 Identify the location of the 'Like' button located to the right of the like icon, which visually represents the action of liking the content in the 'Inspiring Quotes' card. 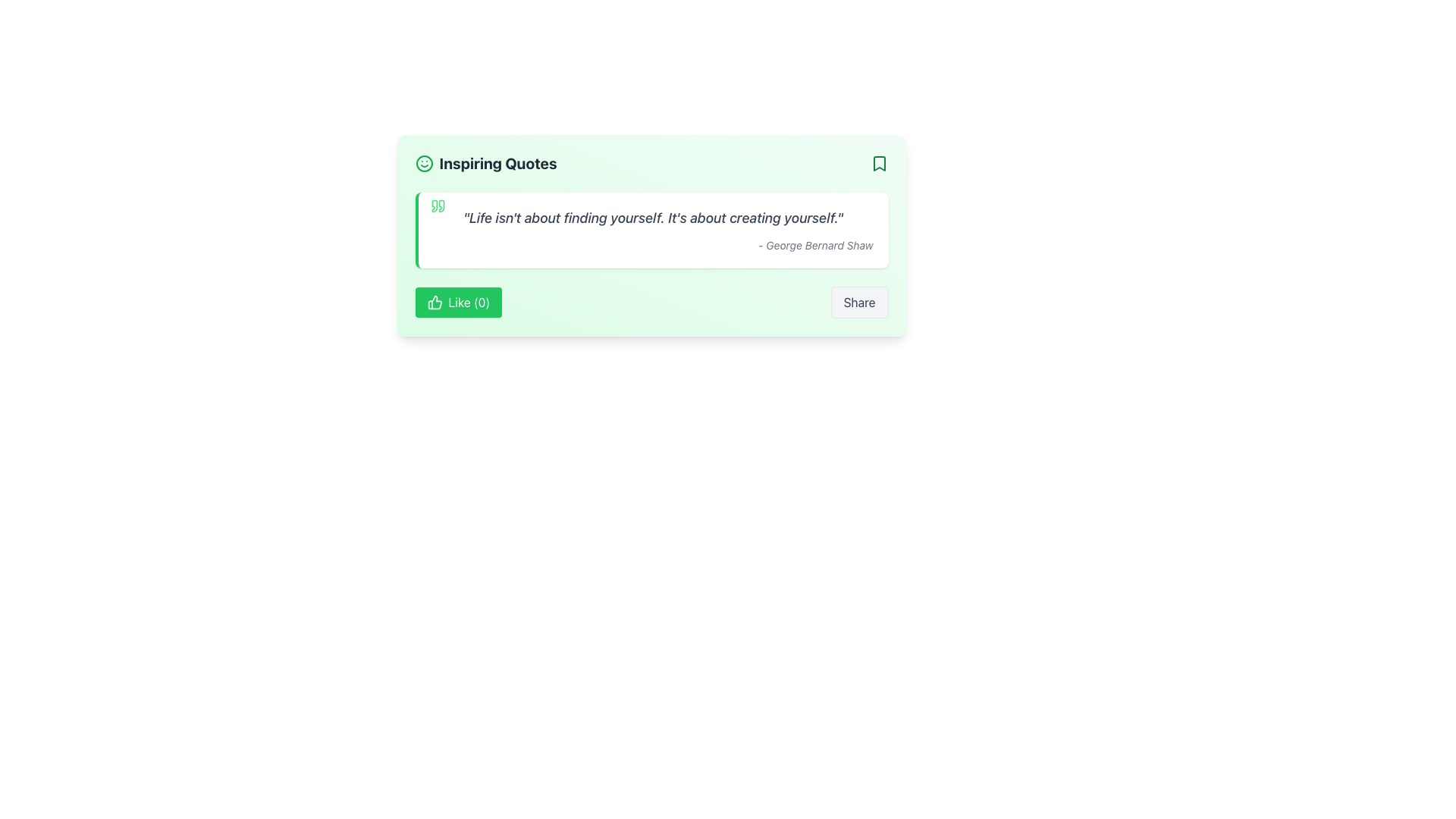
(434, 302).